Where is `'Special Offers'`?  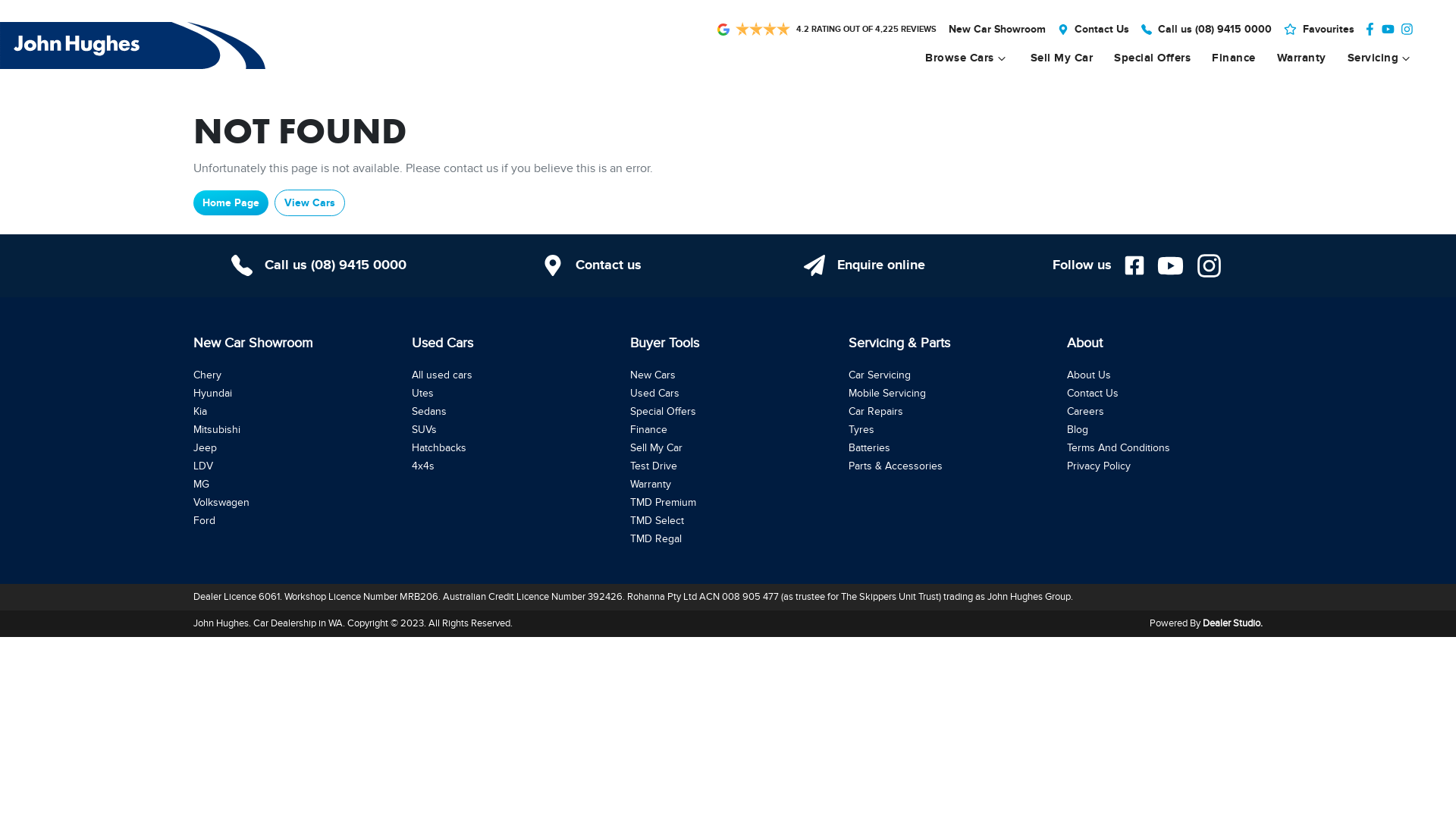
'Special Offers' is located at coordinates (663, 411).